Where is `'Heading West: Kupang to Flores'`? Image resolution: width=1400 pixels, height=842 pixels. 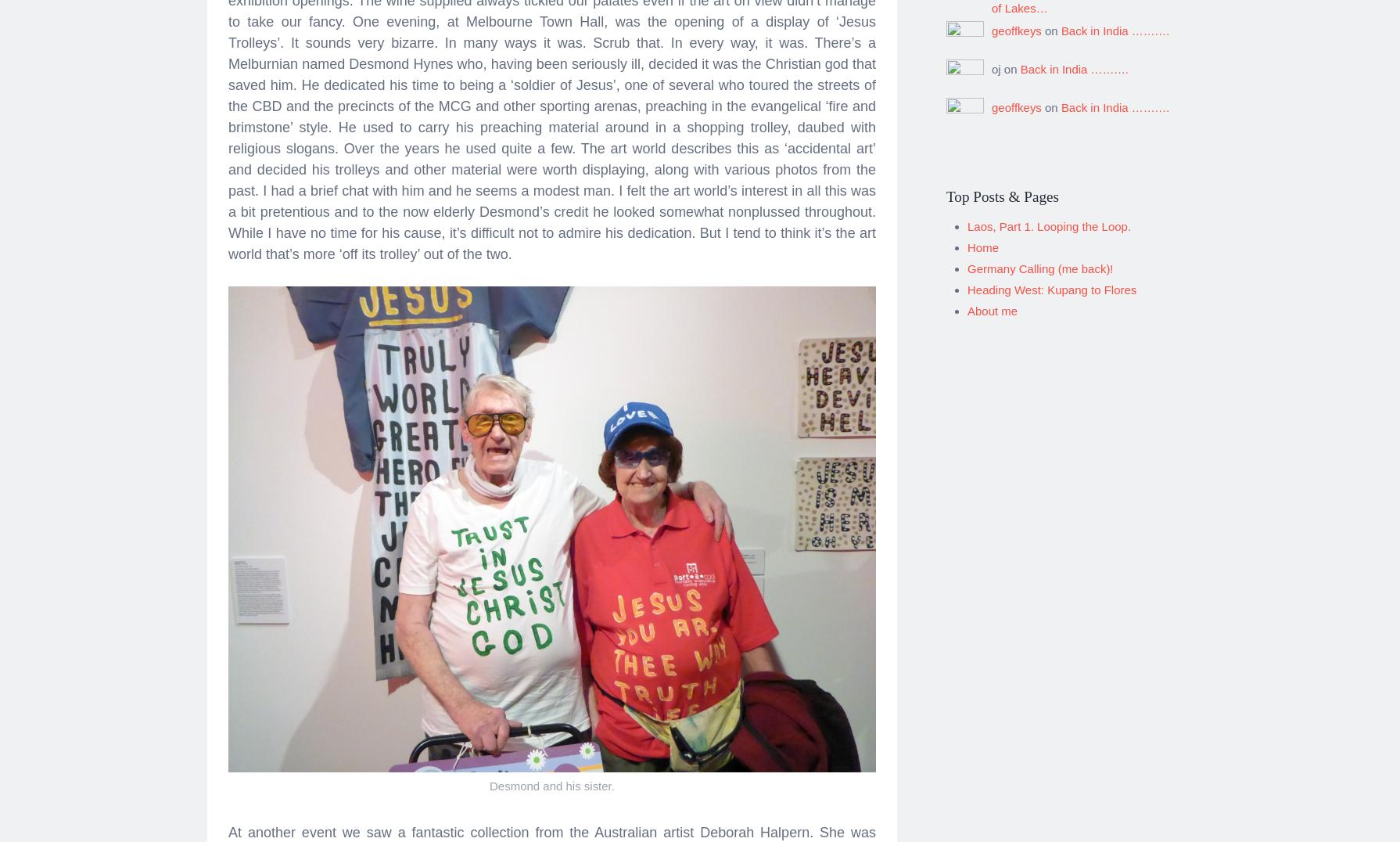 'Heading West: Kupang to Flores' is located at coordinates (967, 283).